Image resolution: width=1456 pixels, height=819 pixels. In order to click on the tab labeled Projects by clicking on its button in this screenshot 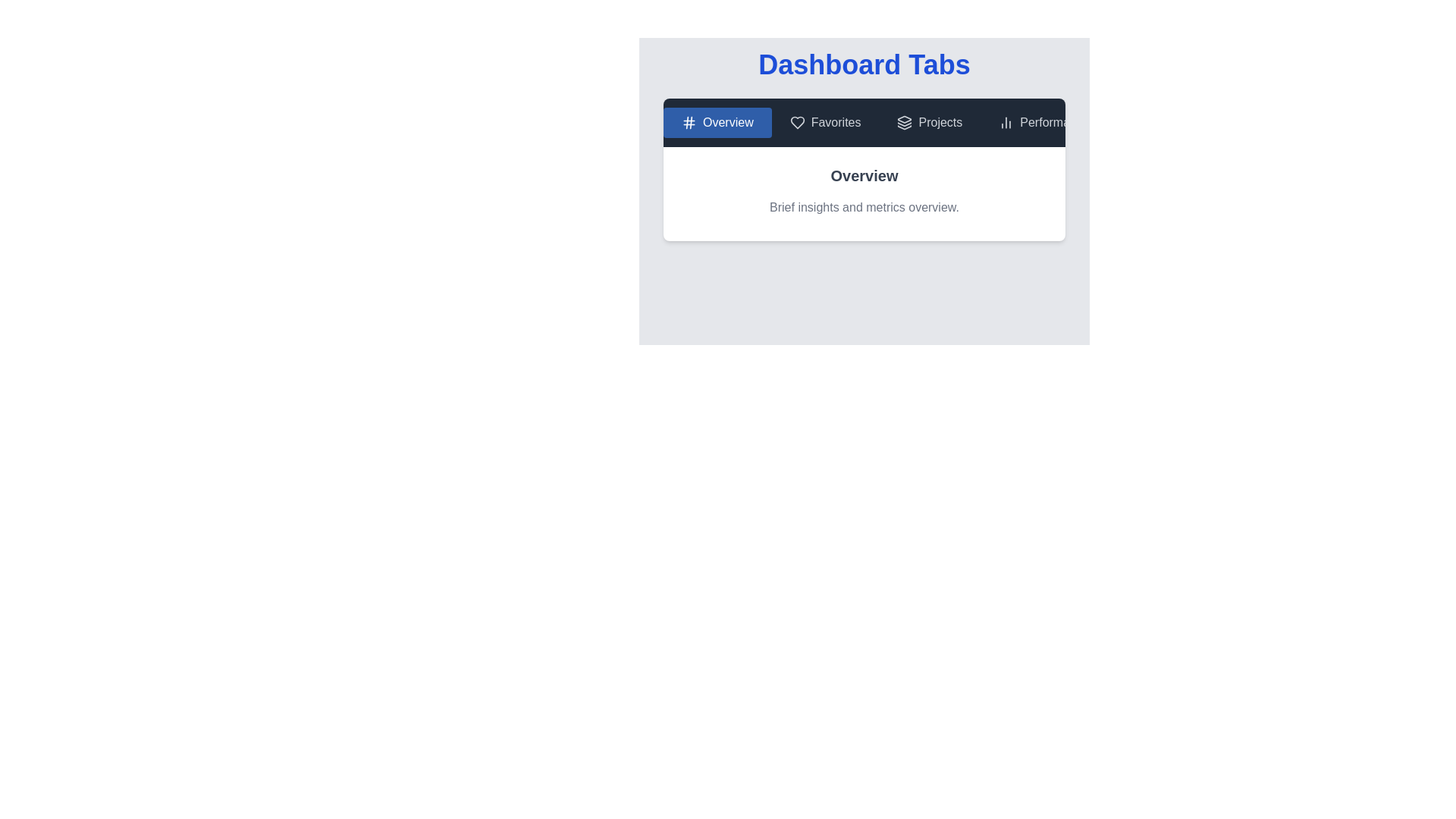, I will do `click(929, 122)`.